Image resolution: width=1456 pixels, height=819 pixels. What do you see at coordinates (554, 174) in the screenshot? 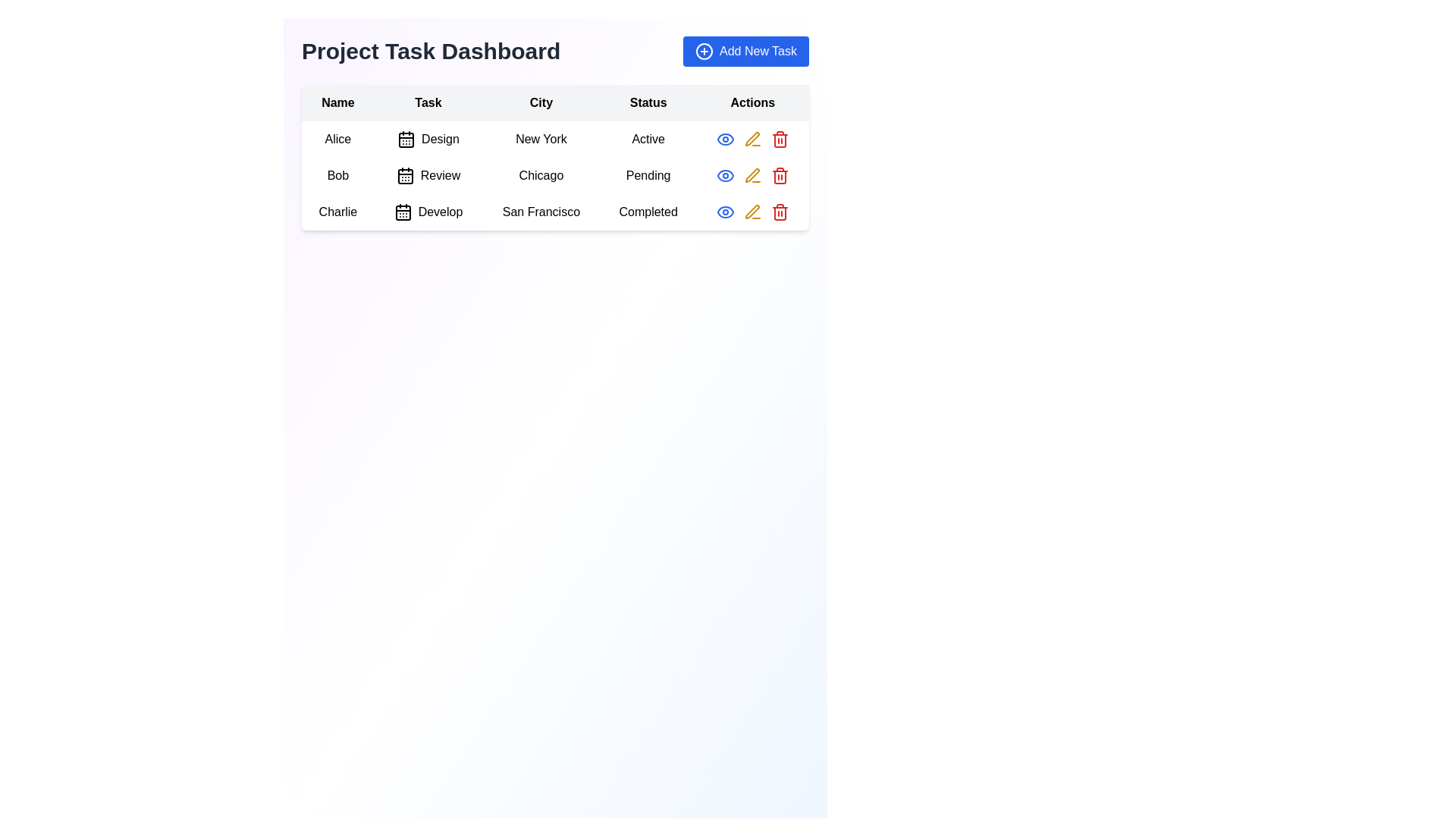
I see `the second row of the task management dashboard that displays details for the task assigned to 'Bob'` at bounding box center [554, 174].